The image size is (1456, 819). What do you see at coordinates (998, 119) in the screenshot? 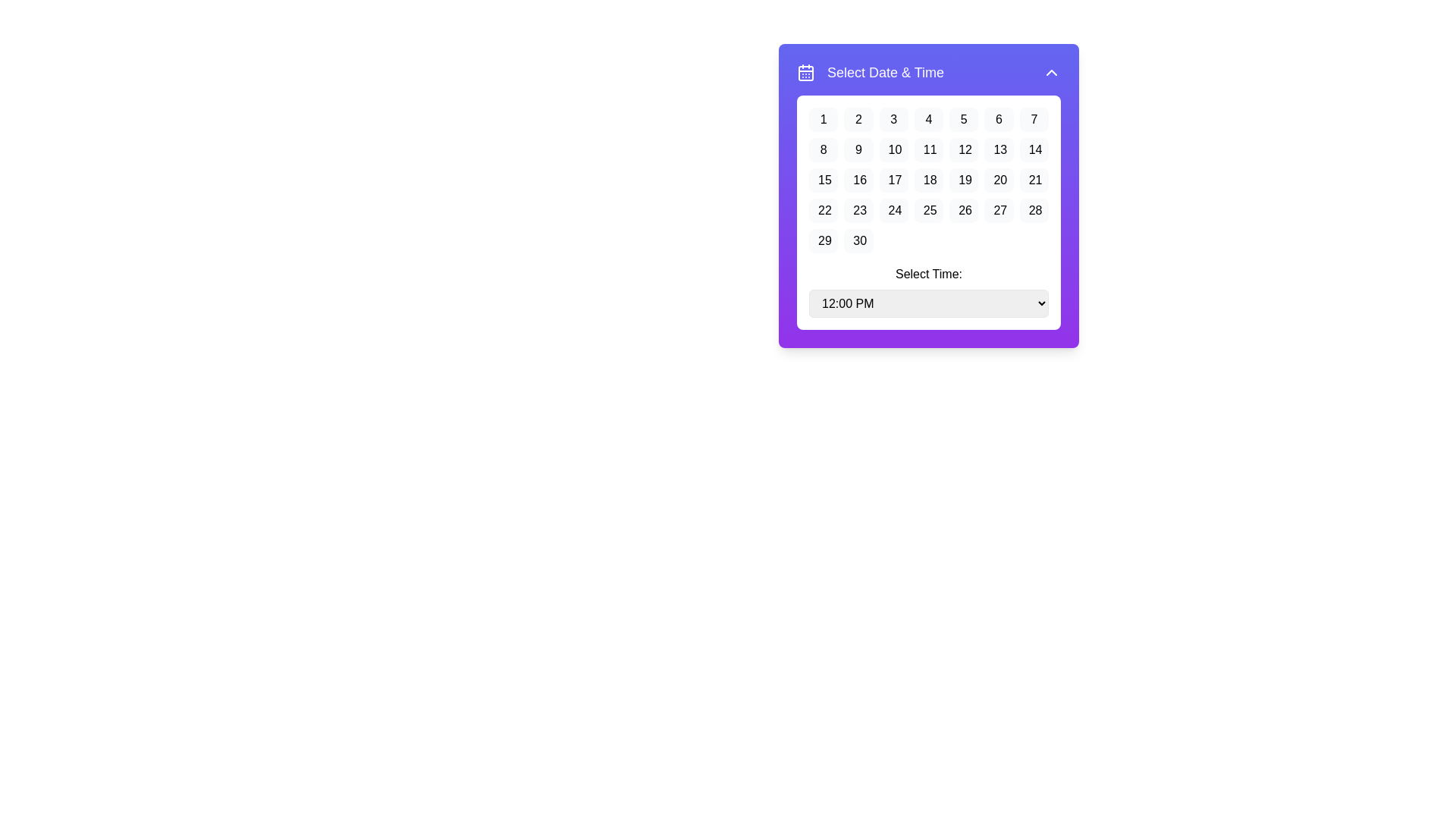
I see `the calendar button representing the 6th day` at bounding box center [998, 119].